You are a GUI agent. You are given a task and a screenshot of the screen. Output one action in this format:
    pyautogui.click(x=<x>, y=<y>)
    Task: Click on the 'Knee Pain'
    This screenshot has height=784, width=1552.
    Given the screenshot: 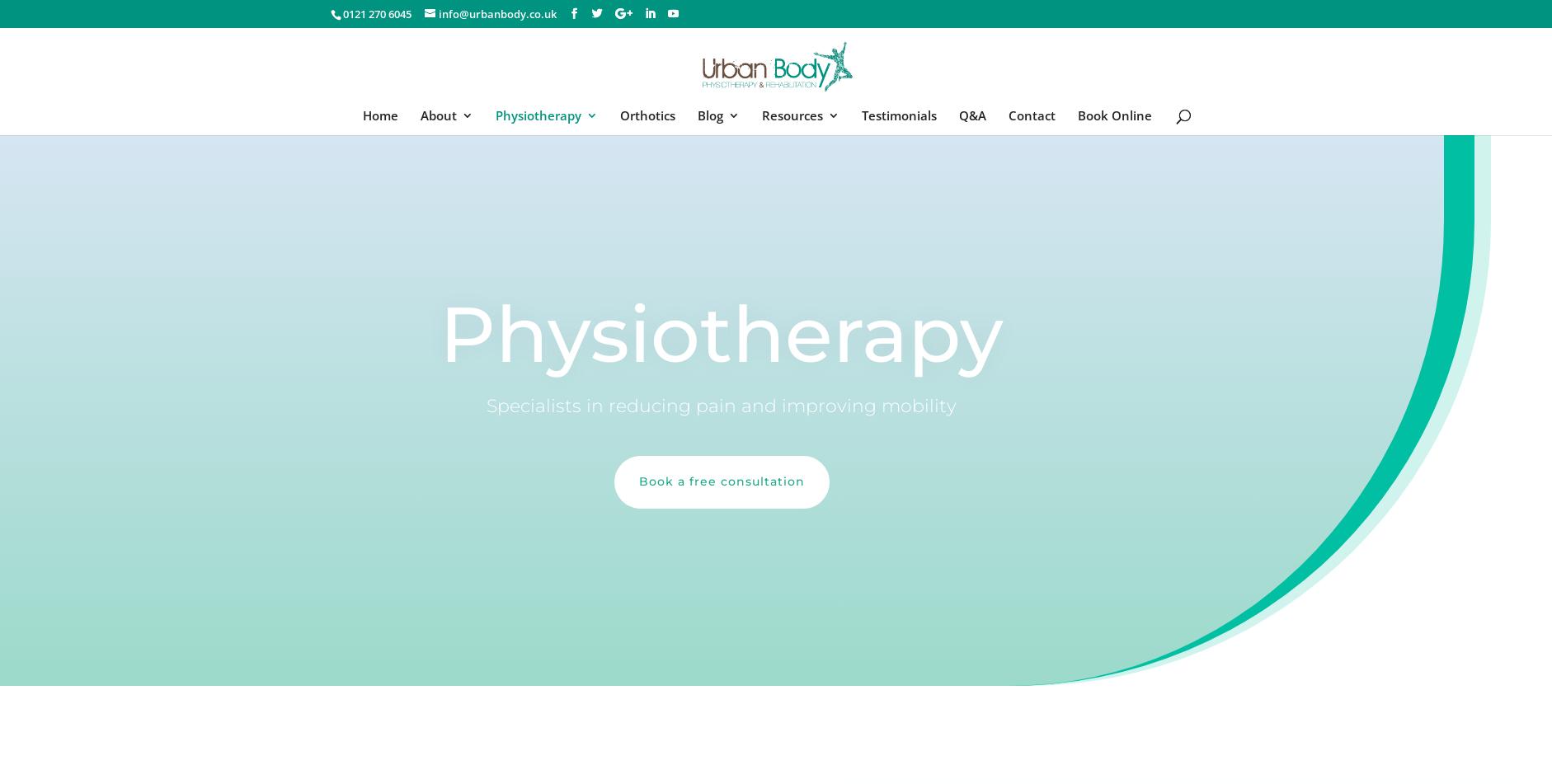 What is the action you would take?
    pyautogui.click(x=558, y=259)
    